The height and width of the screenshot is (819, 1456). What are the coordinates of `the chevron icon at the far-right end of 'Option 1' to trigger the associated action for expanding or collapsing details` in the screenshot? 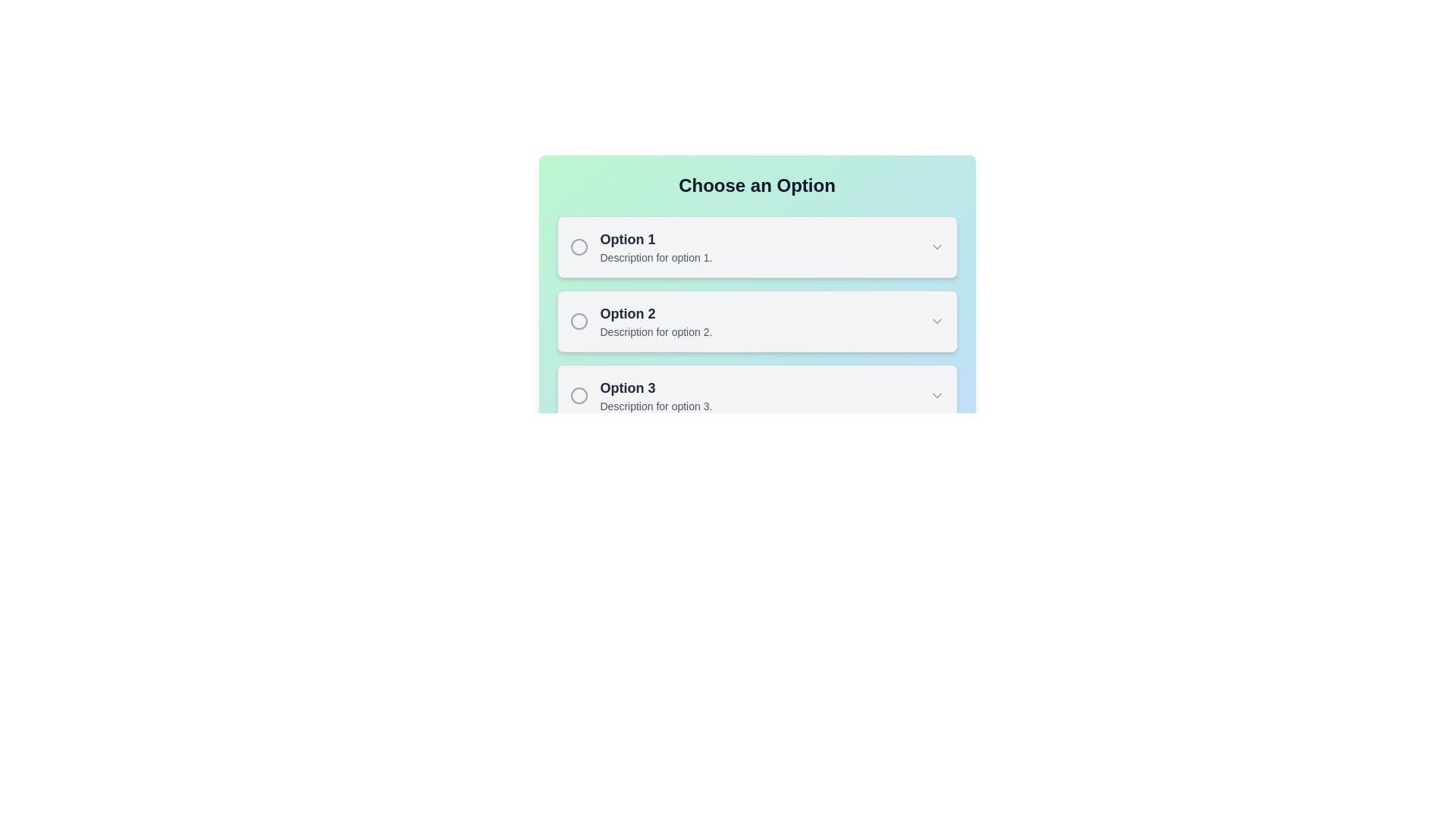 It's located at (936, 246).